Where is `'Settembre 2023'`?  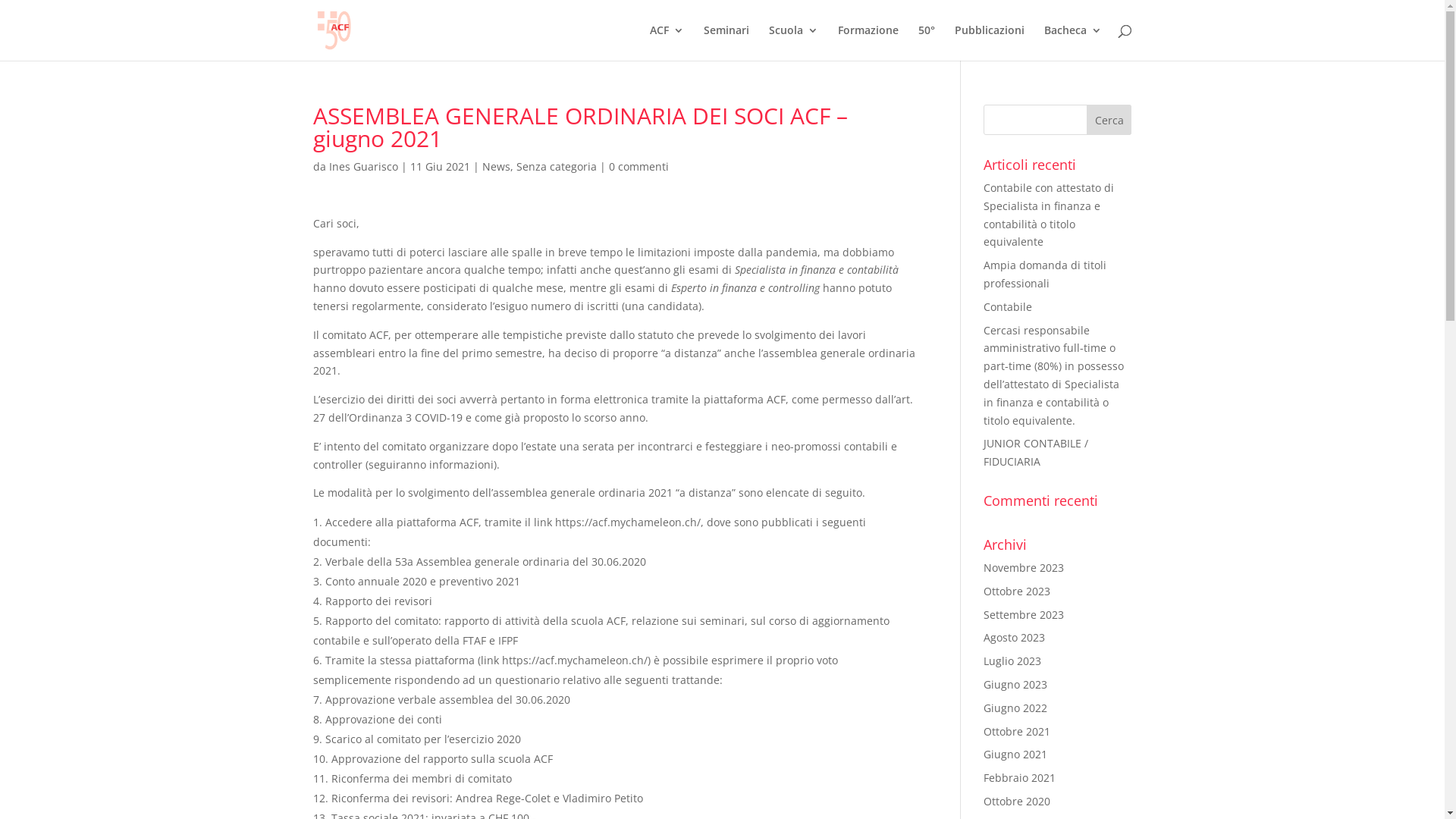 'Settembre 2023' is located at coordinates (983, 614).